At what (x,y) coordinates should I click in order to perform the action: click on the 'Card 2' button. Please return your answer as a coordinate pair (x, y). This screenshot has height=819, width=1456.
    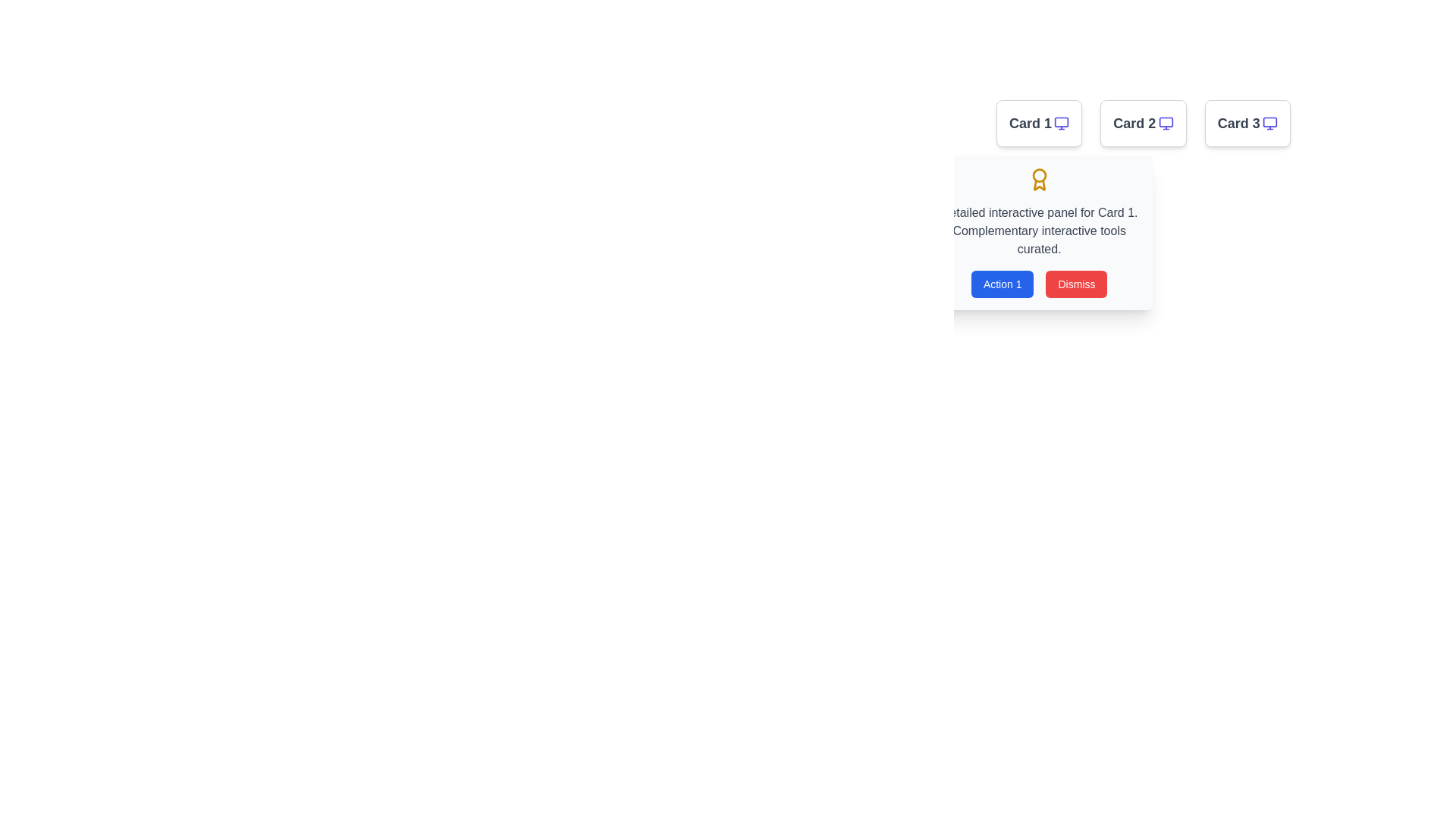
    Looking at the image, I should click on (1143, 122).